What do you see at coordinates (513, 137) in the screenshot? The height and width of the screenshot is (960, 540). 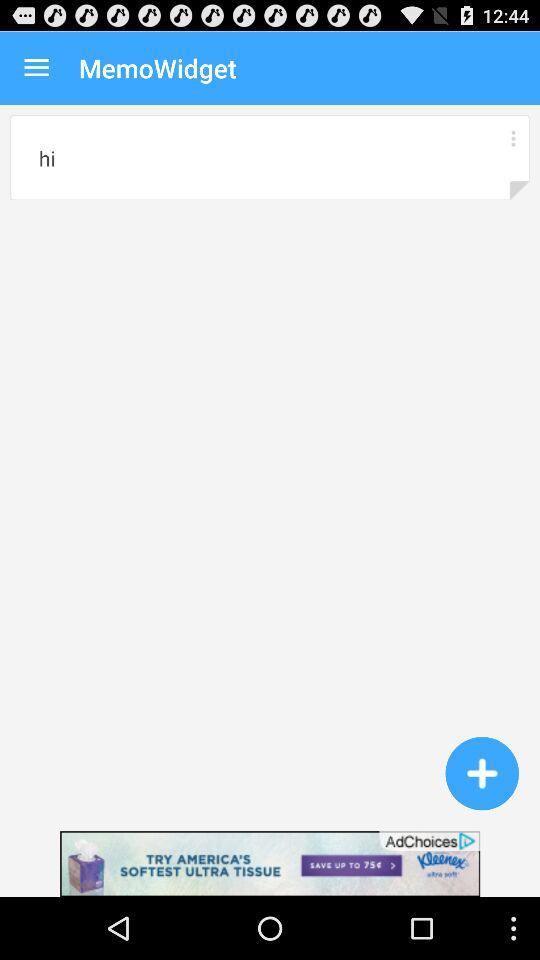 I see `options` at bounding box center [513, 137].